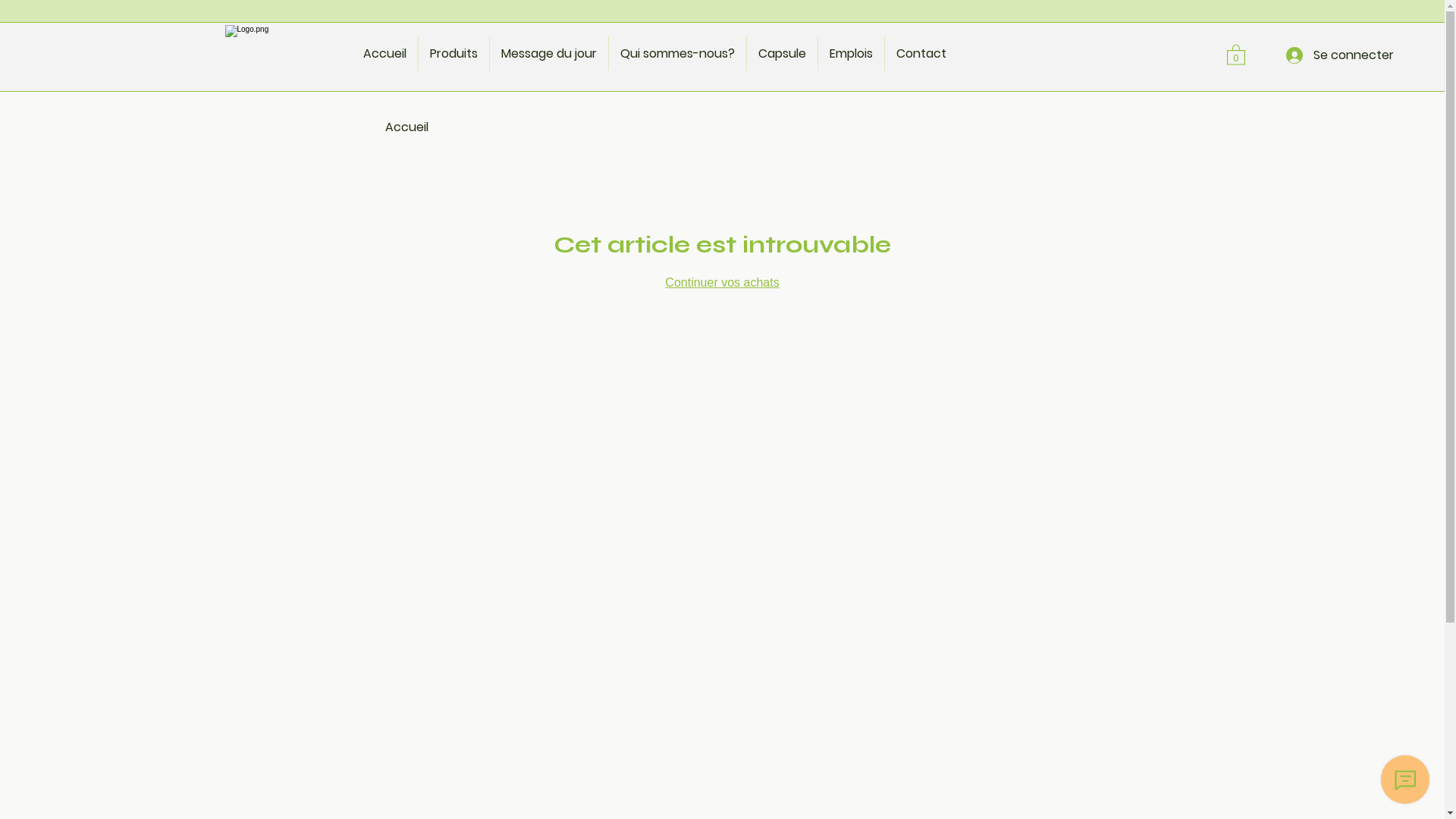  I want to click on 'Contact', so click(884, 52).